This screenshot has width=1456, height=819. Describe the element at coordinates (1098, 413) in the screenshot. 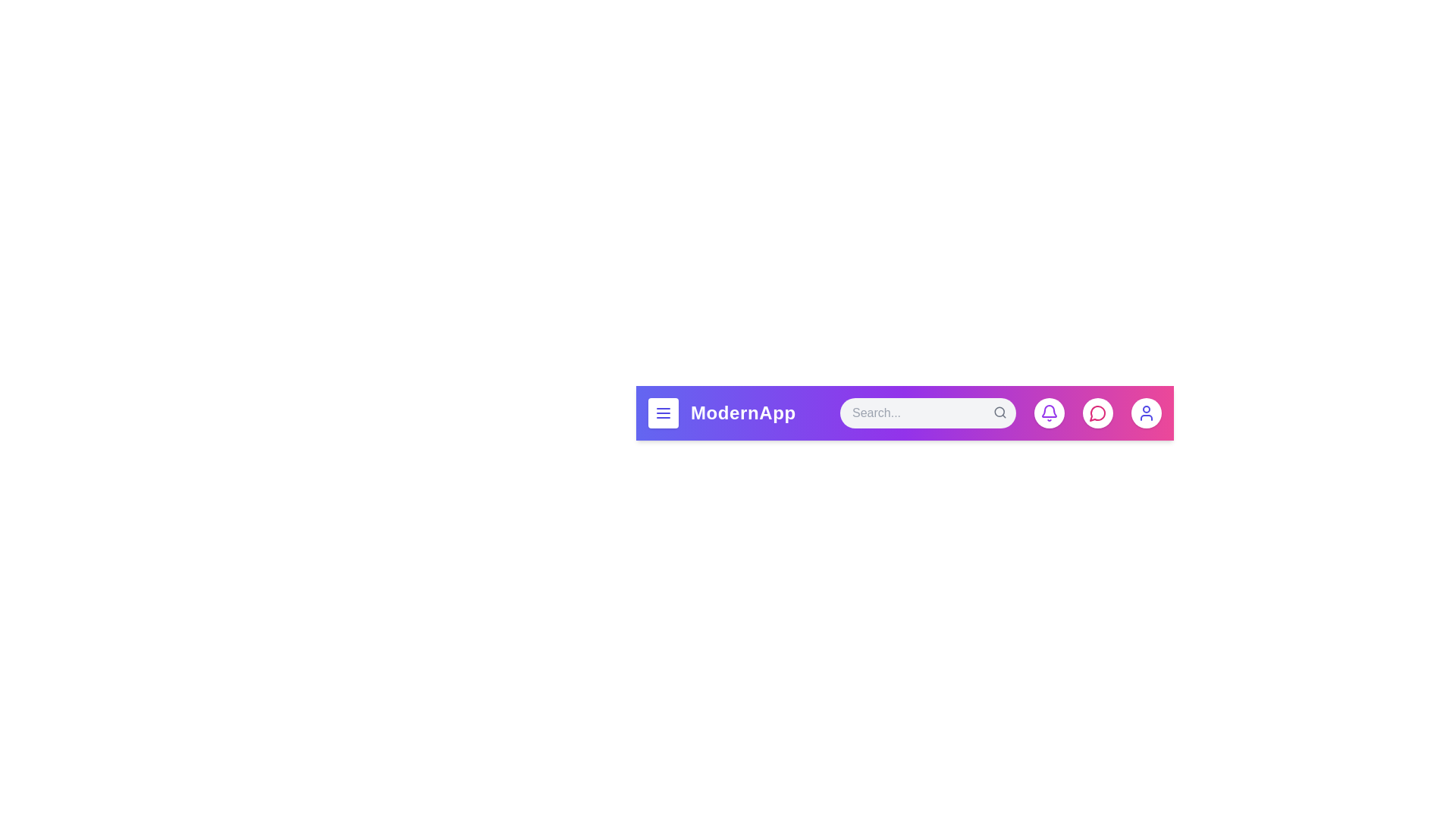

I see `the chat icon to open the messaging section` at that location.